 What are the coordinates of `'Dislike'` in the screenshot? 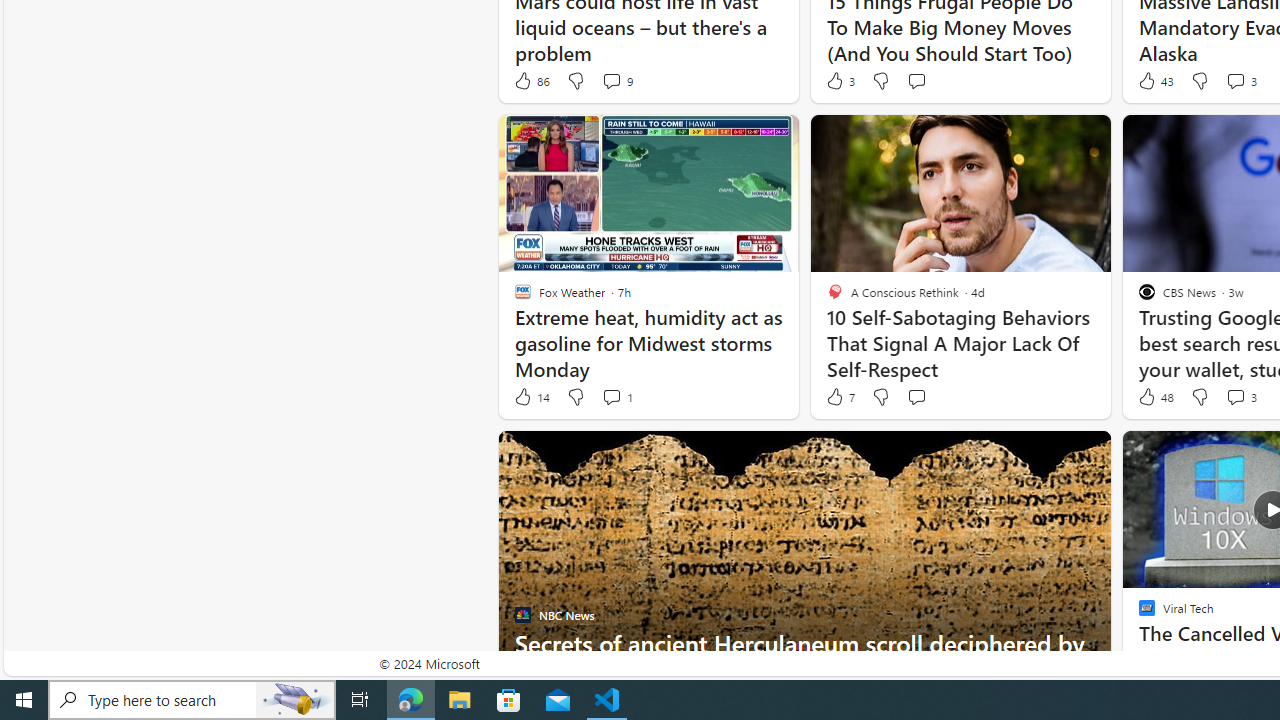 It's located at (1200, 397).